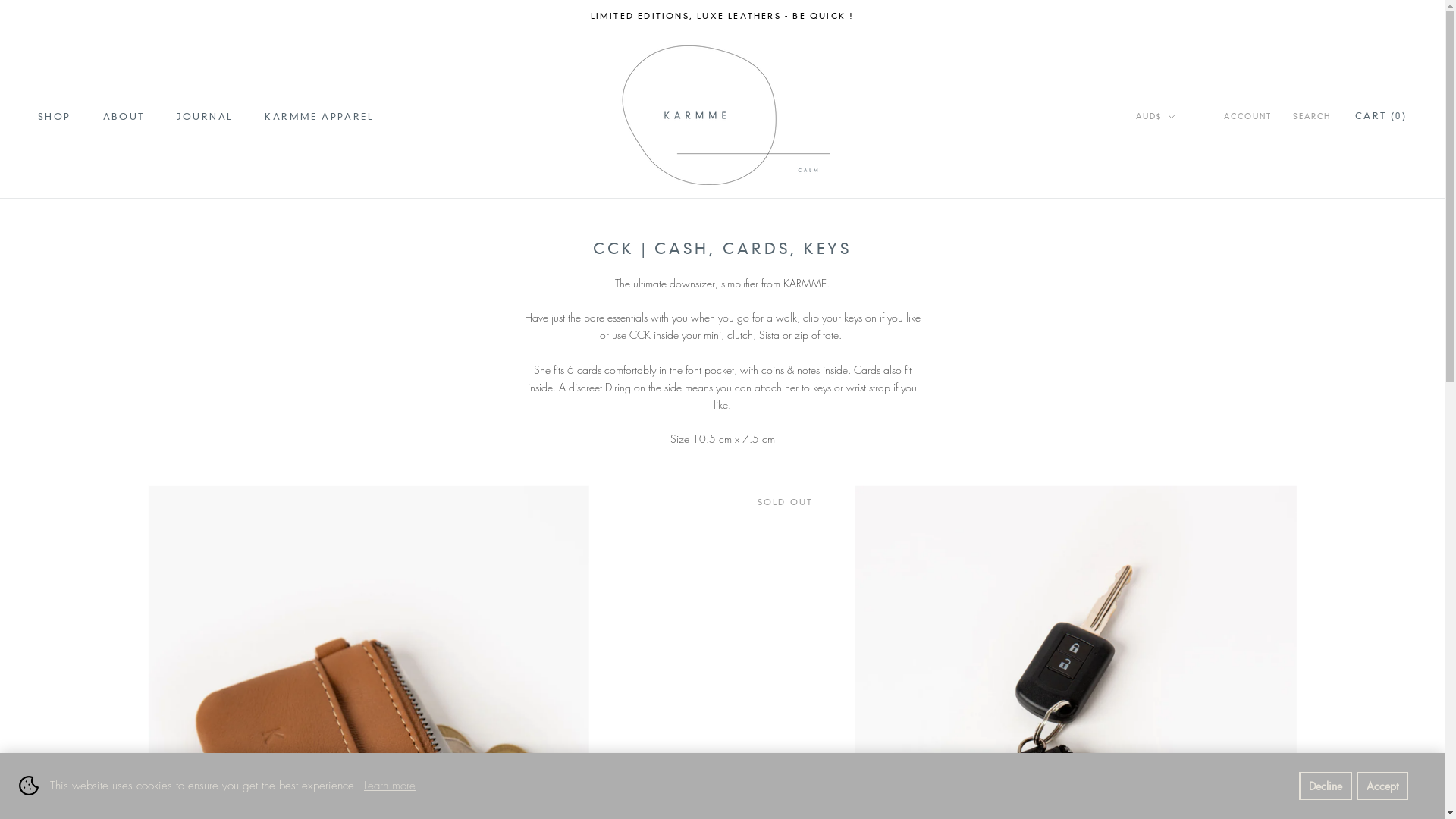 This screenshot has height=819, width=1456. What do you see at coordinates (35, 780) in the screenshot?
I see `'Shopify online store chat'` at bounding box center [35, 780].